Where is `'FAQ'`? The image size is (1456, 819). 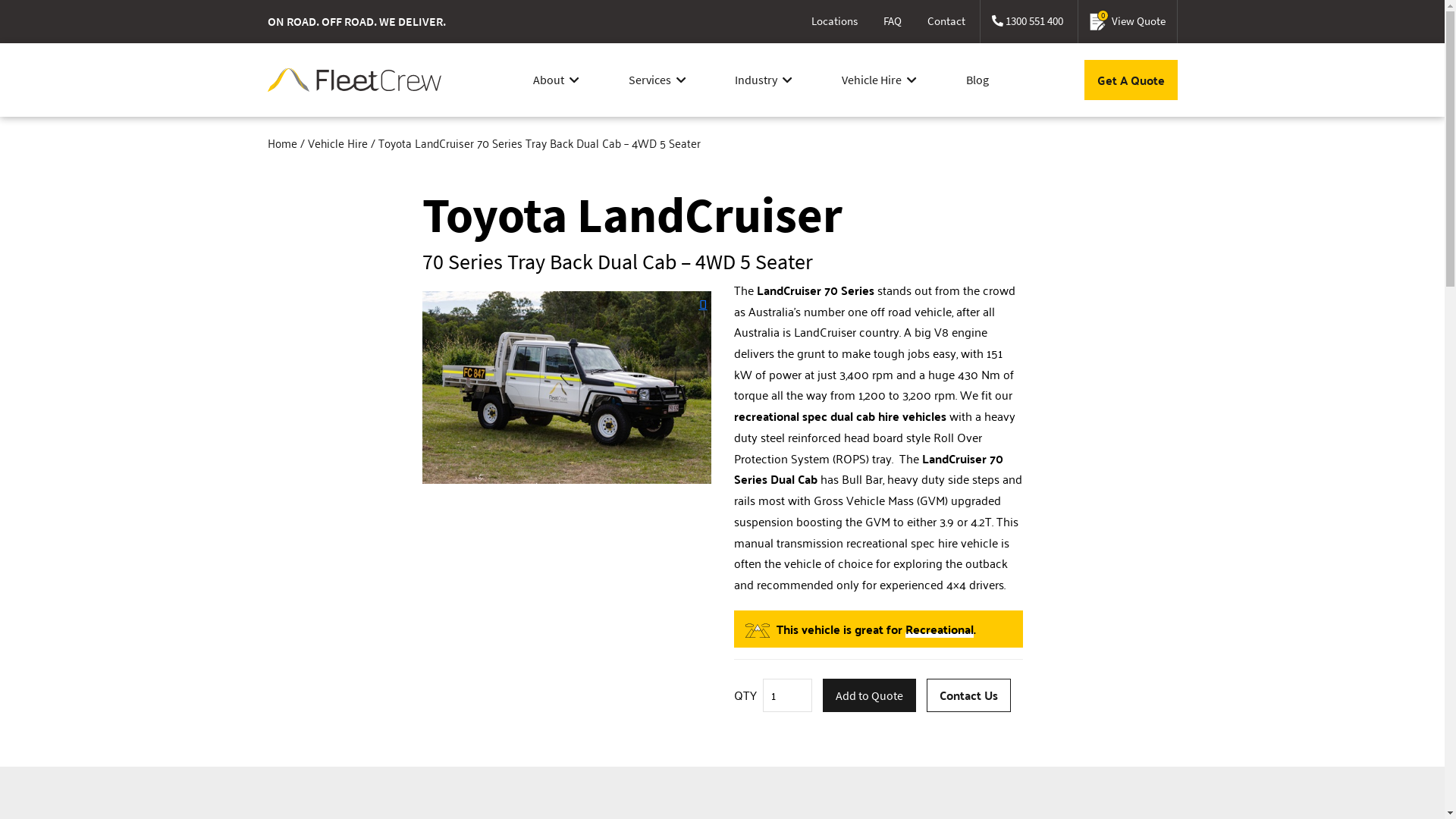
'FAQ' is located at coordinates (872, 21).